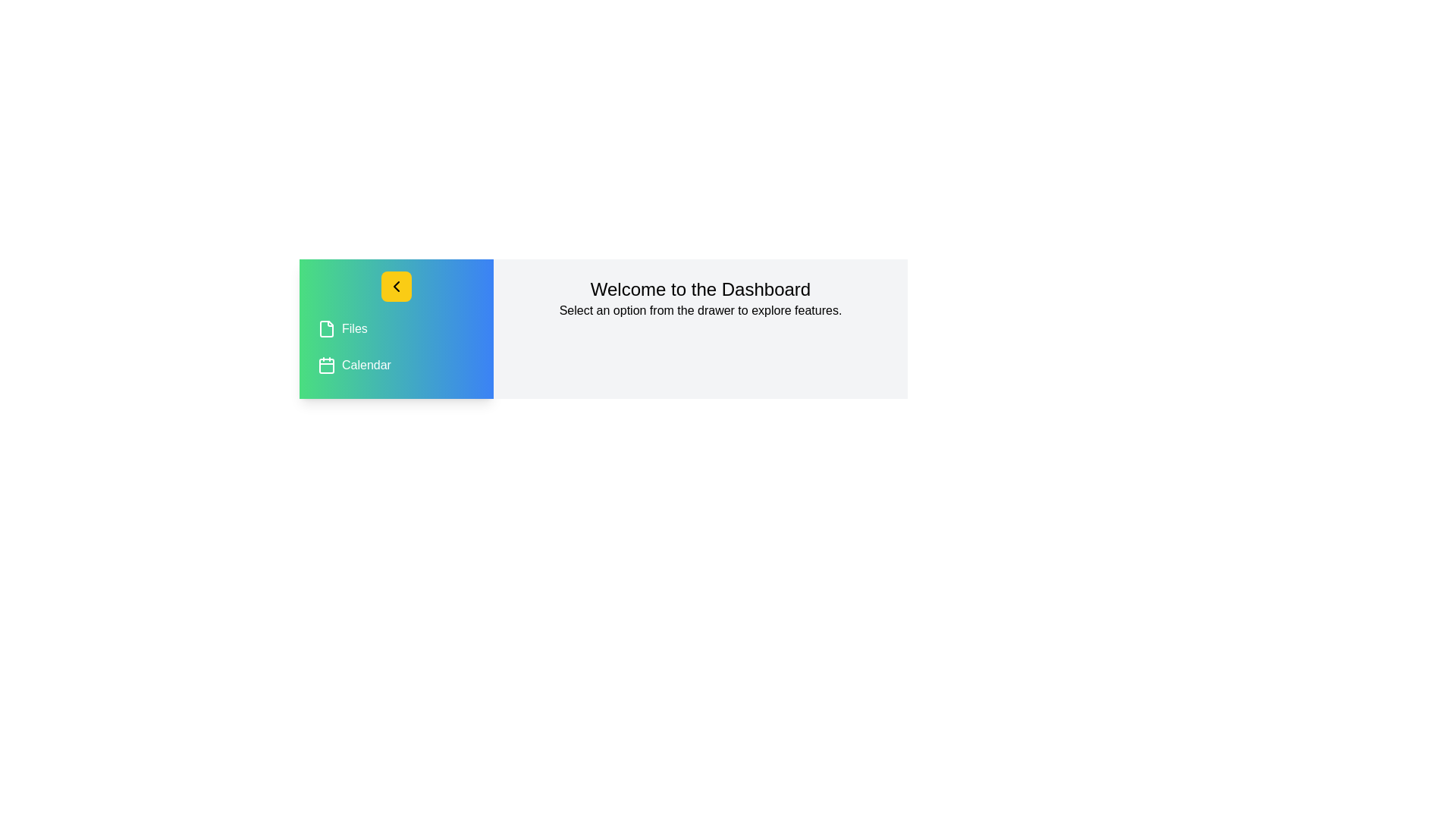 The height and width of the screenshot is (819, 1456). What do you see at coordinates (397, 366) in the screenshot?
I see `the menu item Calendar to observe the hover effect` at bounding box center [397, 366].